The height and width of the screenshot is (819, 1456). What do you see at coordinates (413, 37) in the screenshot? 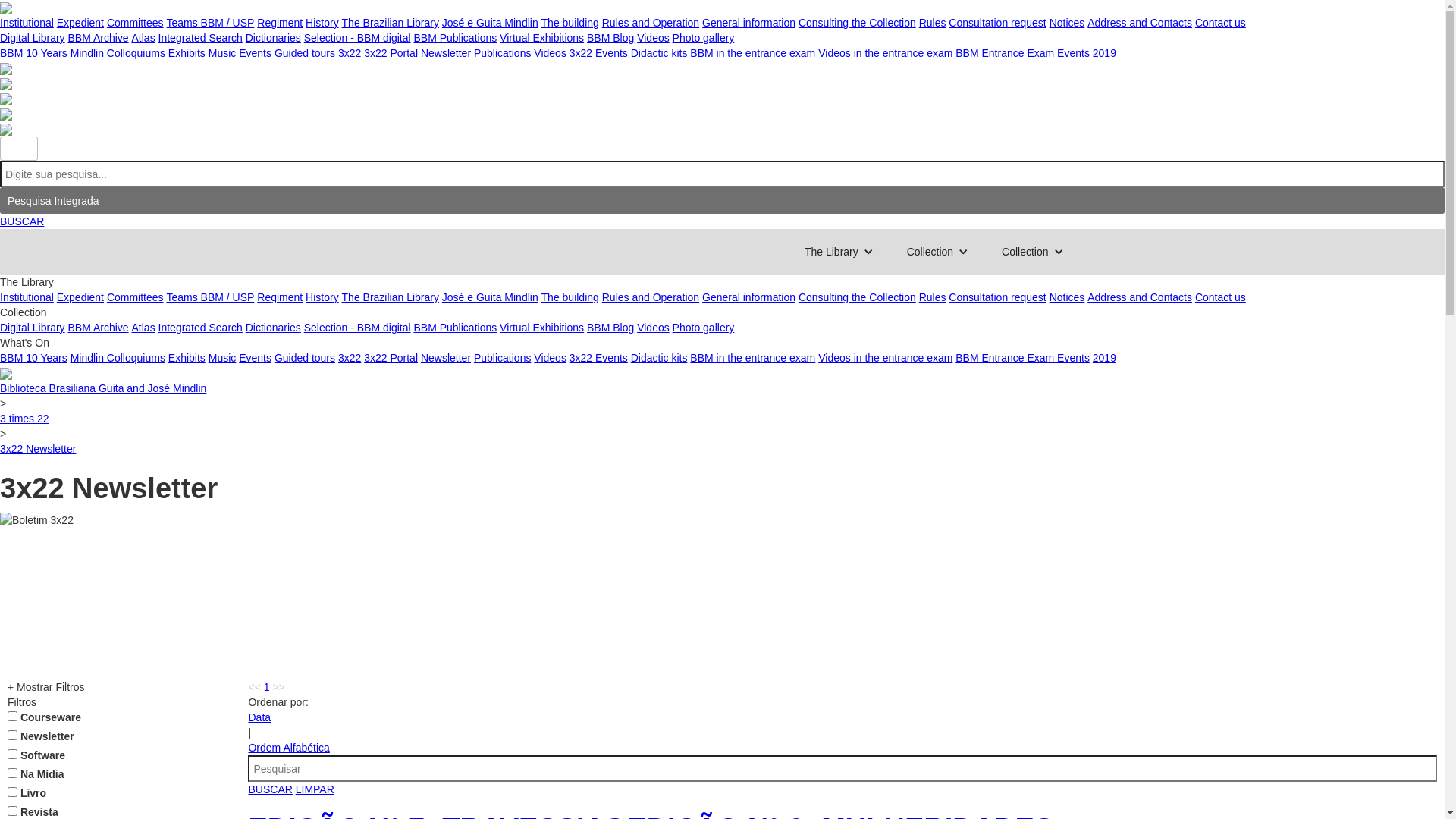
I see `'BBM Publications'` at bounding box center [413, 37].